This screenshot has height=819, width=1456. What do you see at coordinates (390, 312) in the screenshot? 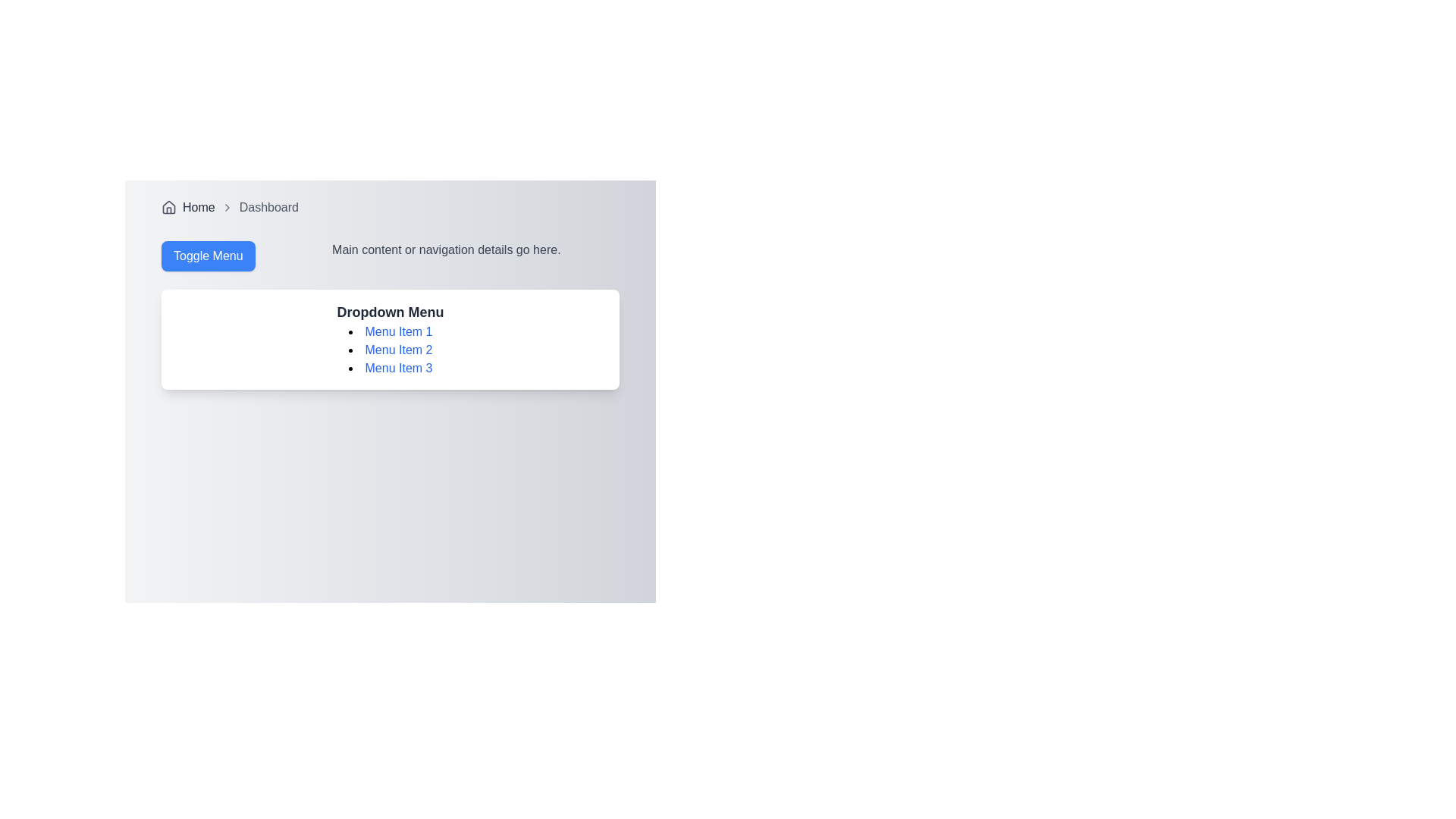
I see `the heading text of the dropdown menu, which is the first item within a white box with rounded corners and shadow, indicating the context of the menu items below it` at bounding box center [390, 312].